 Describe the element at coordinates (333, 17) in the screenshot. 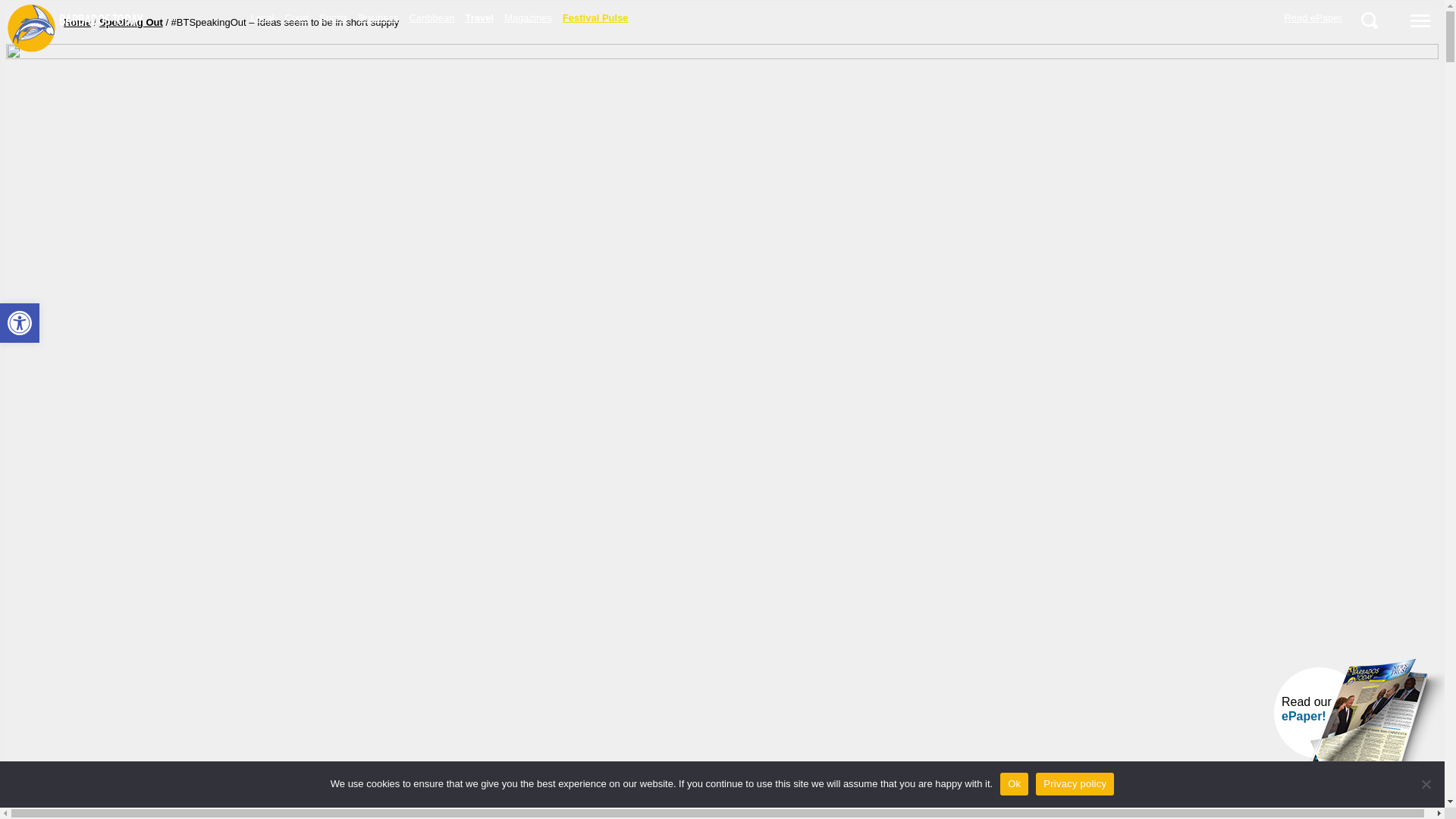

I see `'Sports'` at that location.